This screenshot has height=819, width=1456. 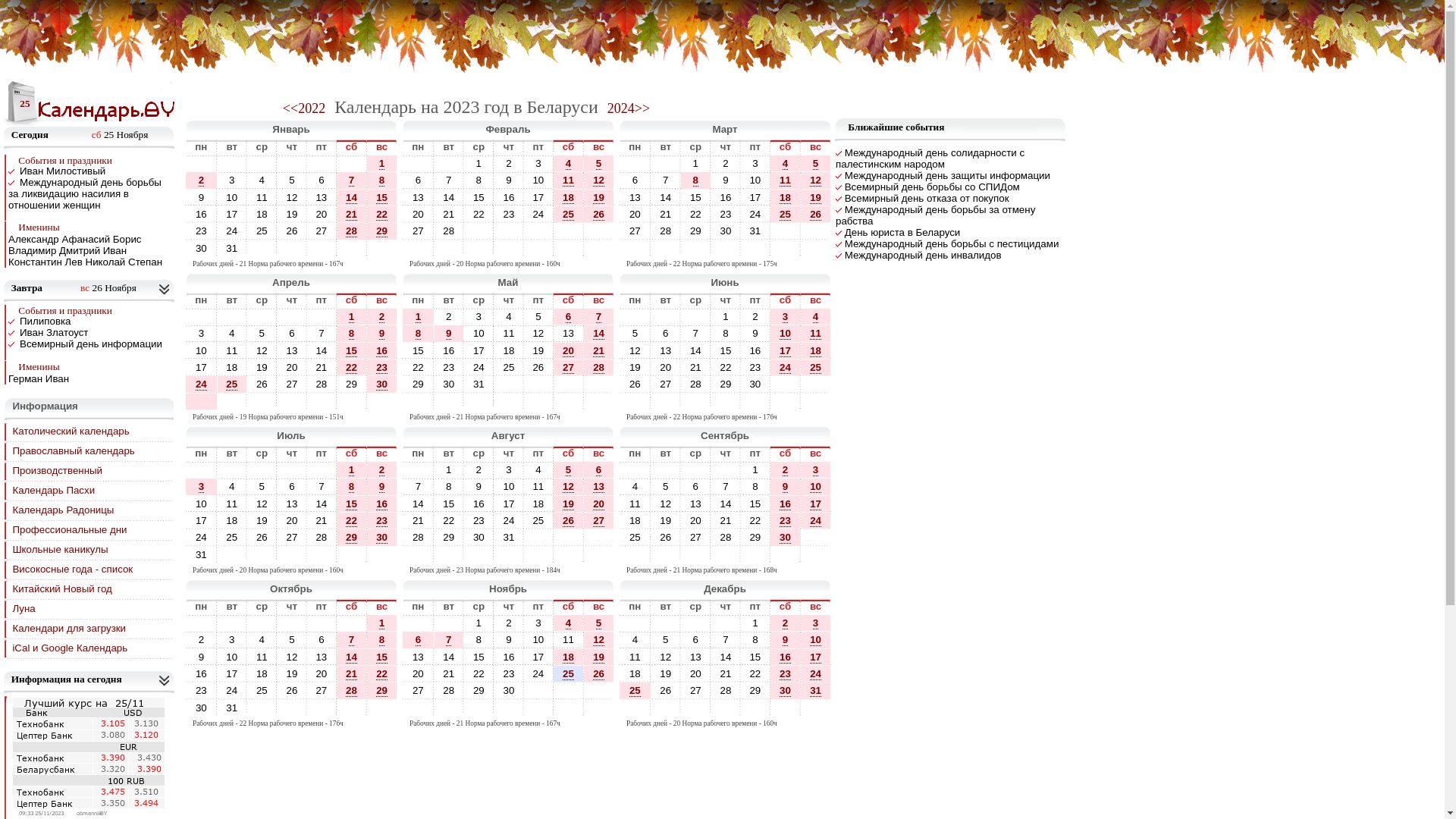 I want to click on '4', so click(x=567, y=164).